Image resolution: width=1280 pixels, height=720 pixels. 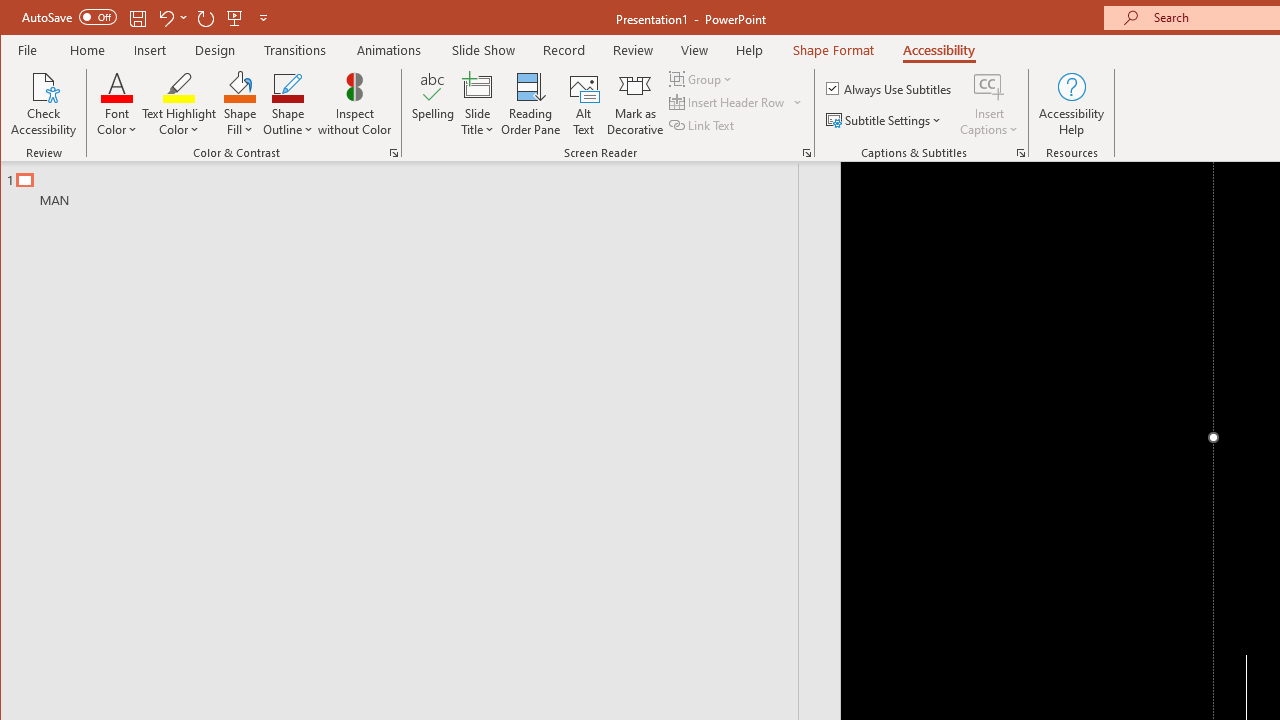 What do you see at coordinates (477, 85) in the screenshot?
I see `'Slide Title'` at bounding box center [477, 85].